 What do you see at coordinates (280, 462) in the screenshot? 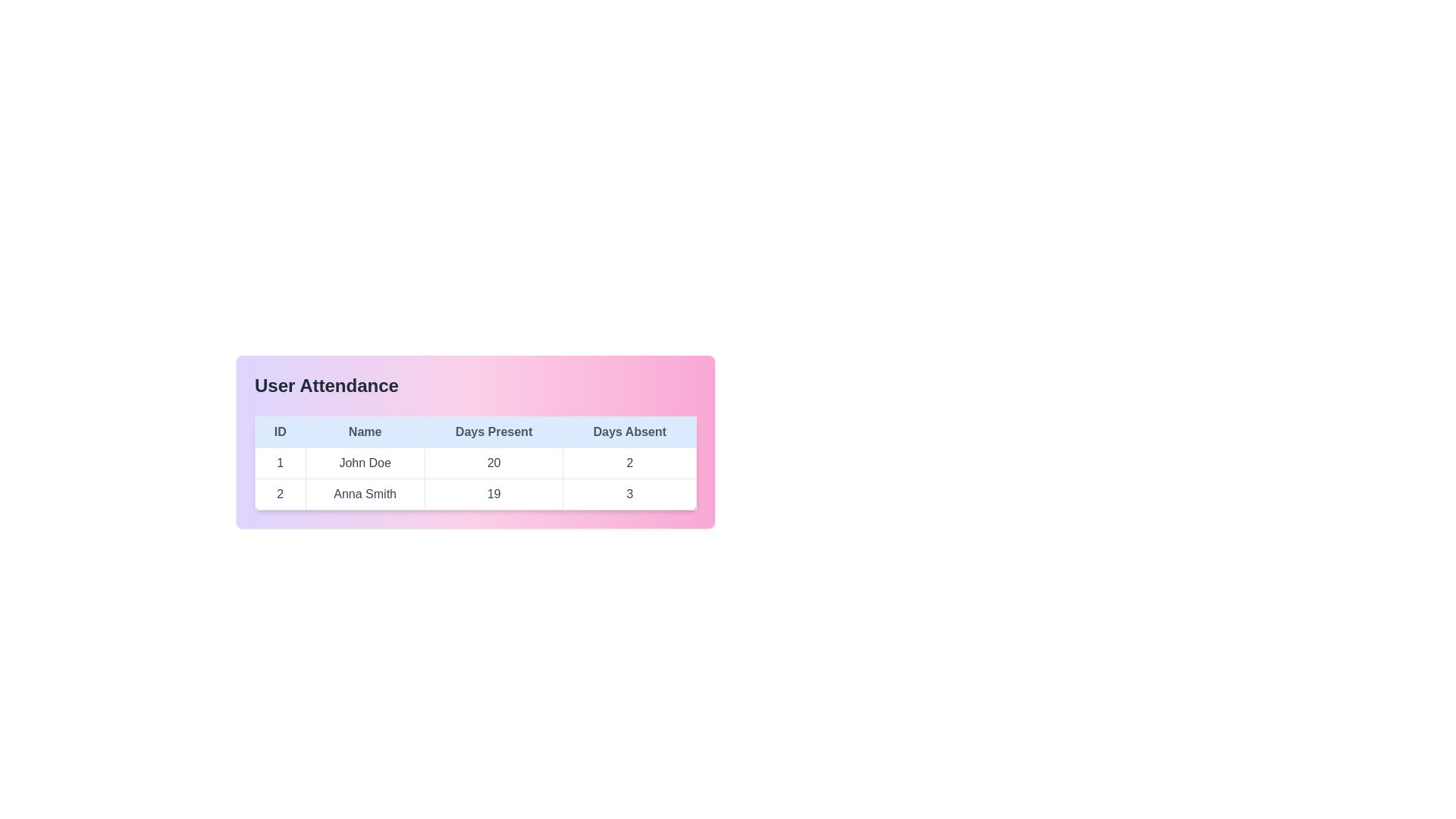
I see `the first table cell in the first data row under the 'ID' column to identify the associated table row` at bounding box center [280, 462].